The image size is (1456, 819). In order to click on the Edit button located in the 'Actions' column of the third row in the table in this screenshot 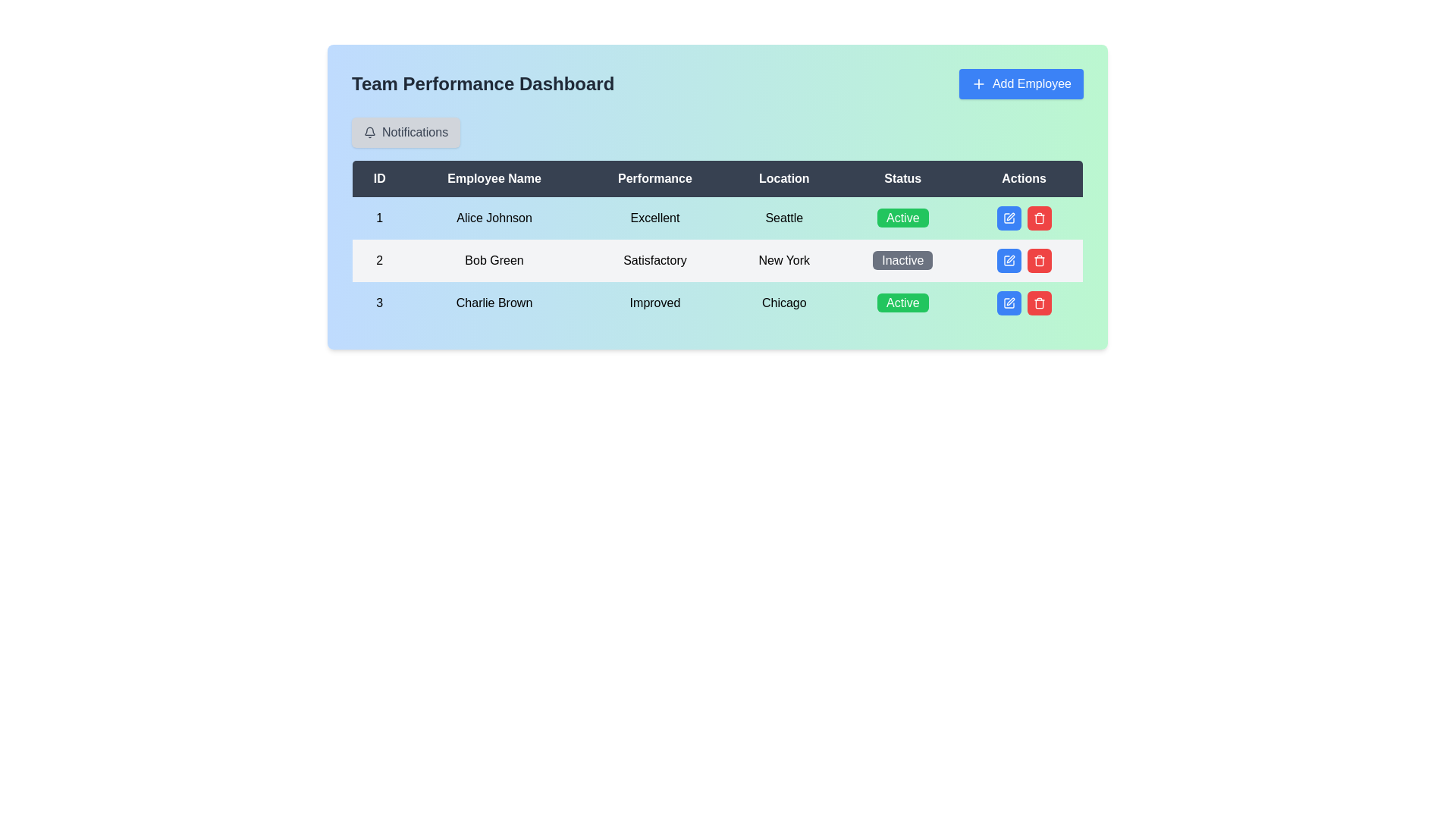, I will do `click(1009, 303)`.